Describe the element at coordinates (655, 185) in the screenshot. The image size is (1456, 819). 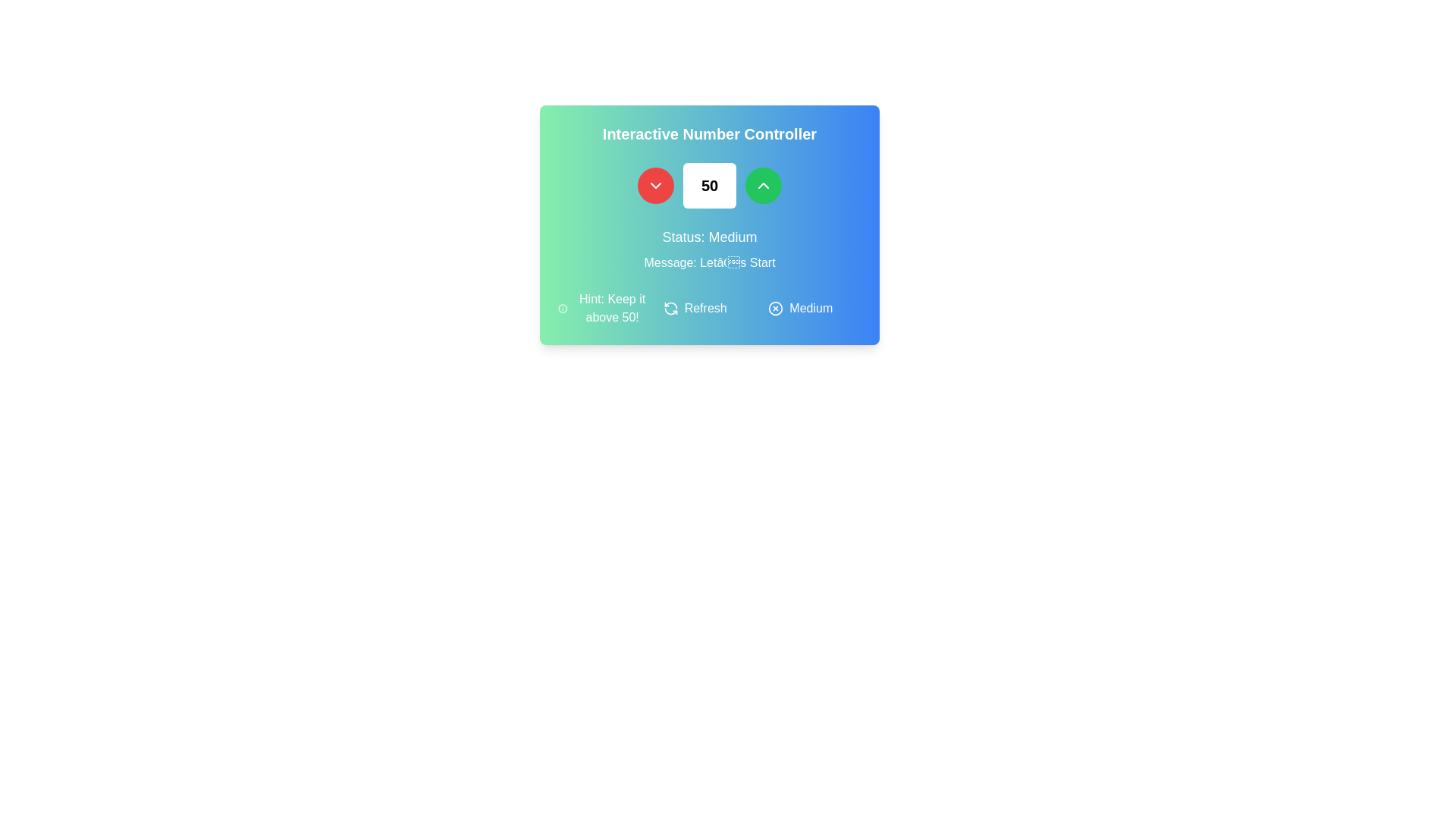
I see `the button on the left side of the group of elements to decrement the value displayed in the adjacent text field` at that location.